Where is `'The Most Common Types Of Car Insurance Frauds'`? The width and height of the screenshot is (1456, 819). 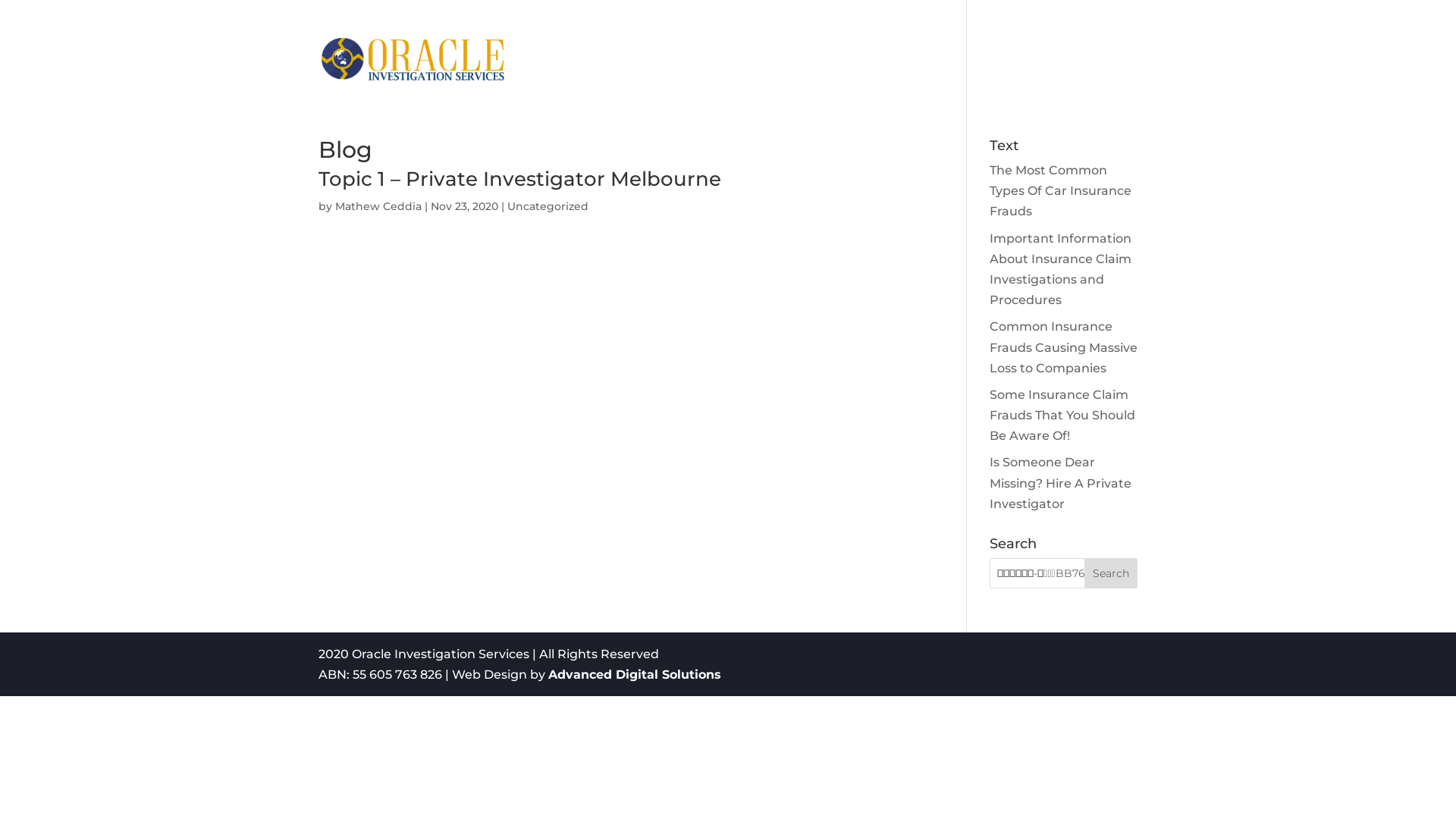 'The Most Common Types Of Car Insurance Frauds' is located at coordinates (1059, 190).